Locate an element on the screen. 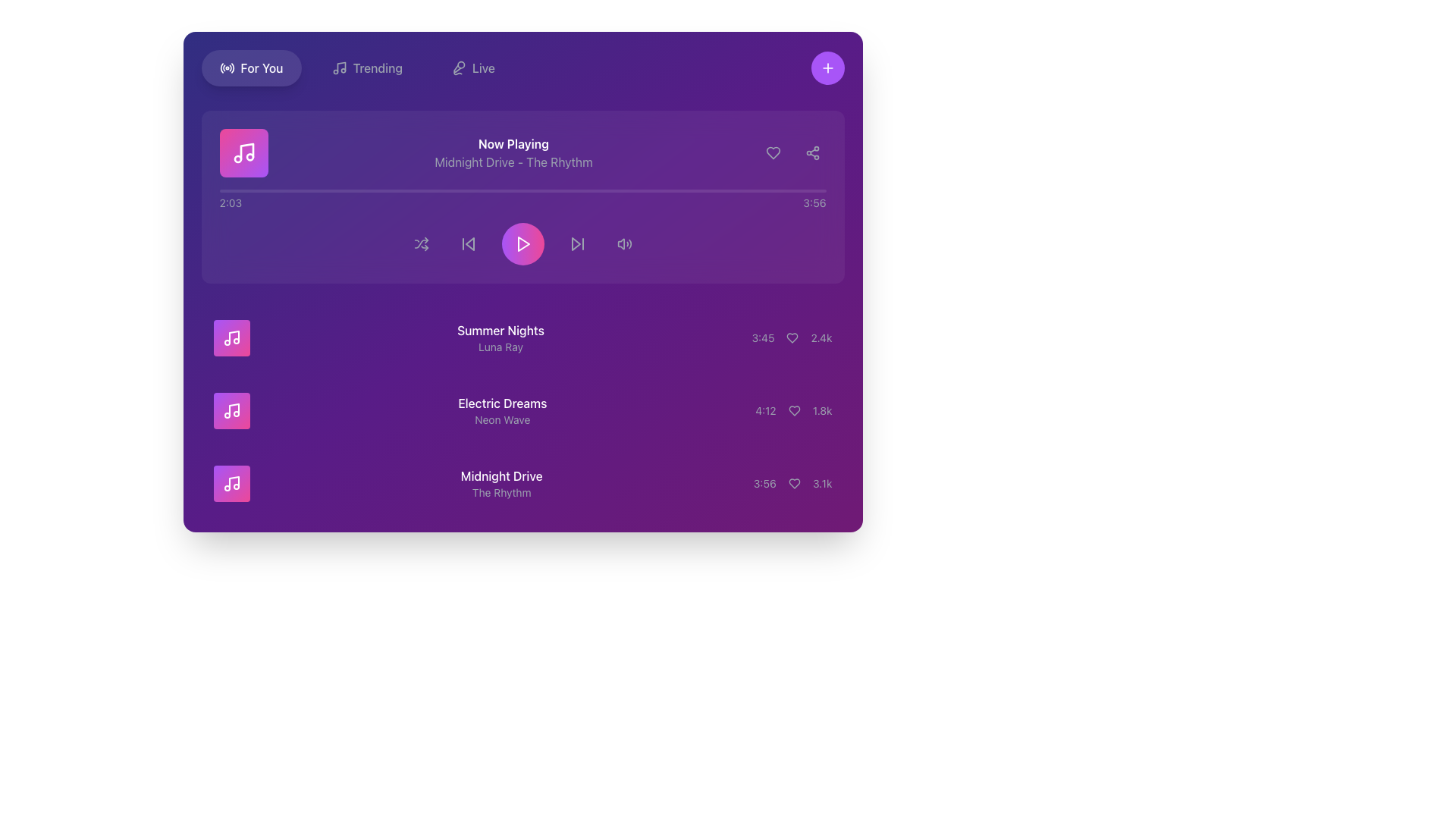 The image size is (1456, 819). the text element displaying '1.8k' in gray color, located in the lower-right corner of the song entry for 'Electric Dreams' by 'Neon Wave' is located at coordinates (821, 411).